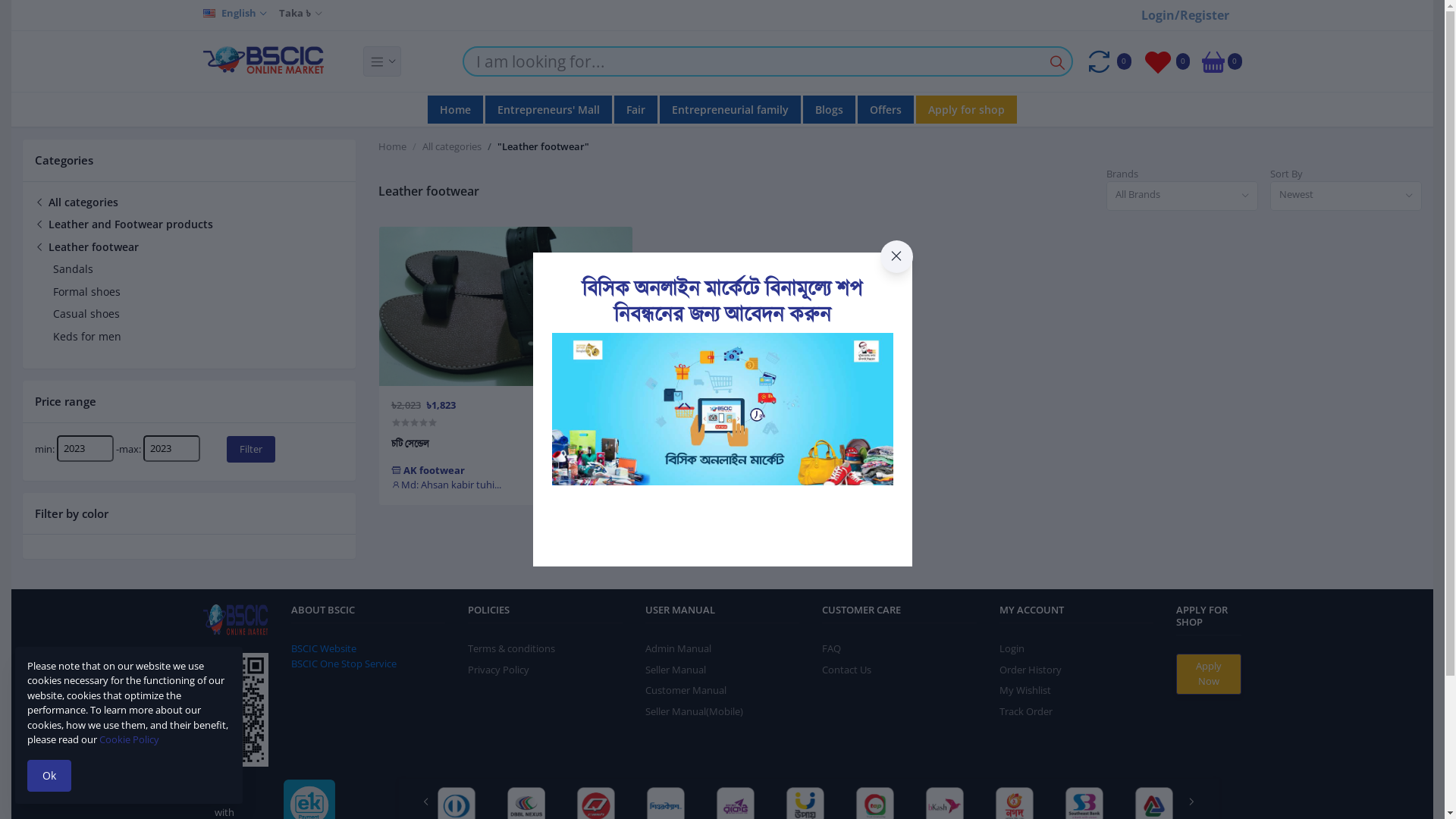  I want to click on 'Home', so click(378, 146).